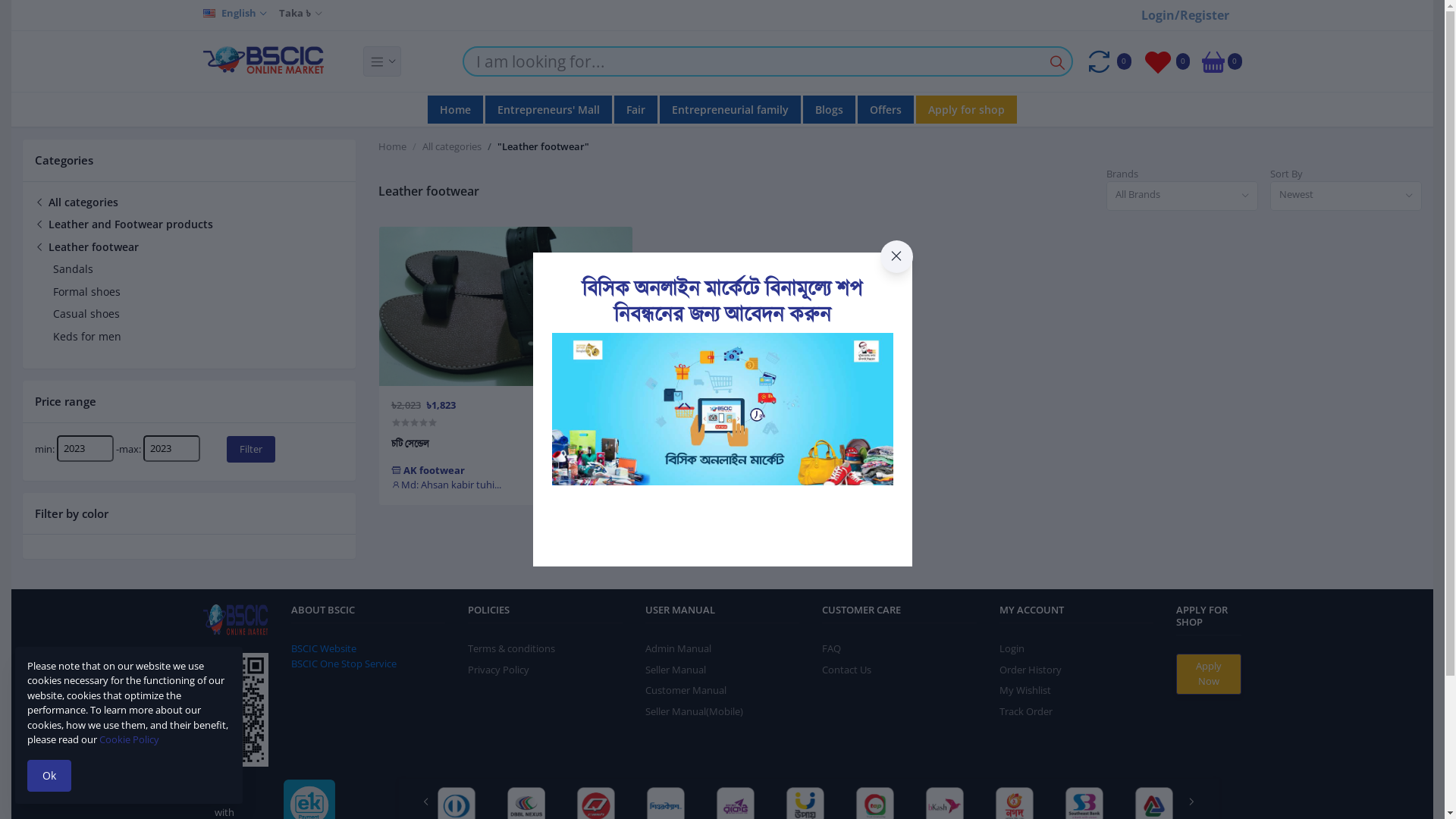  I want to click on 'Home', so click(378, 146).